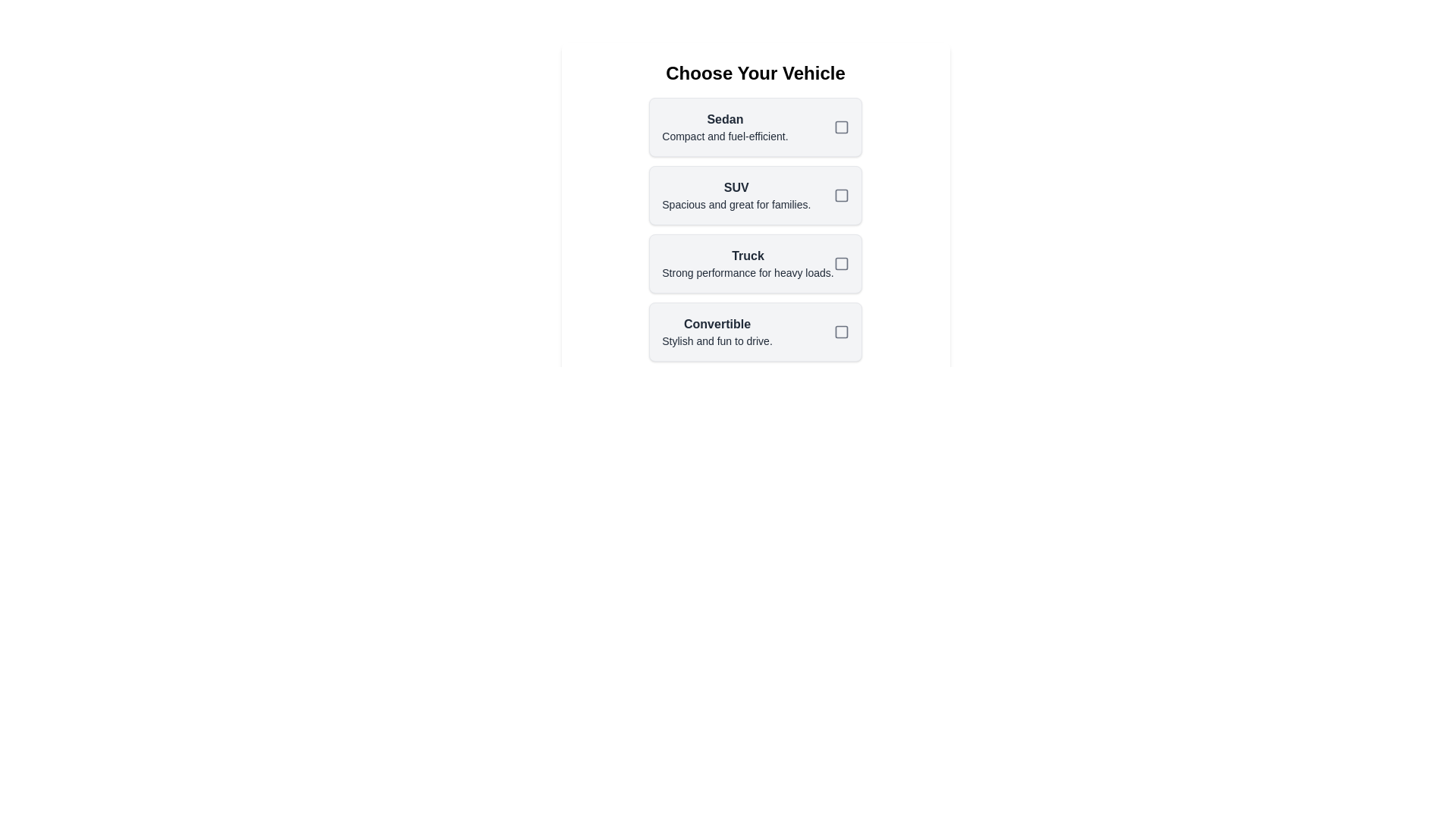  I want to click on the vehicle entry corresponding to Truck, so click(755, 262).